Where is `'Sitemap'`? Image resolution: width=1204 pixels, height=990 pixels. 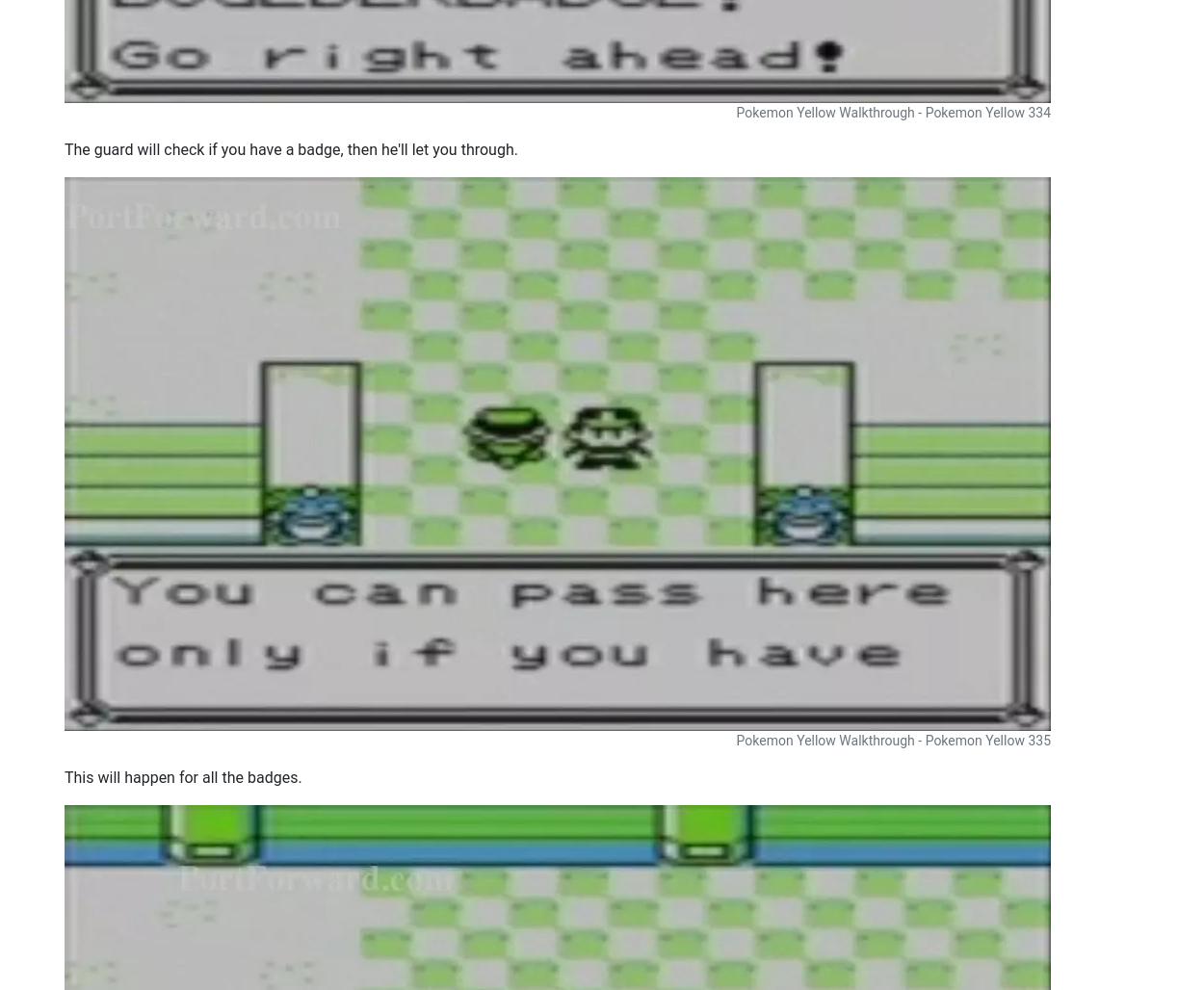 'Sitemap' is located at coordinates (549, 956).